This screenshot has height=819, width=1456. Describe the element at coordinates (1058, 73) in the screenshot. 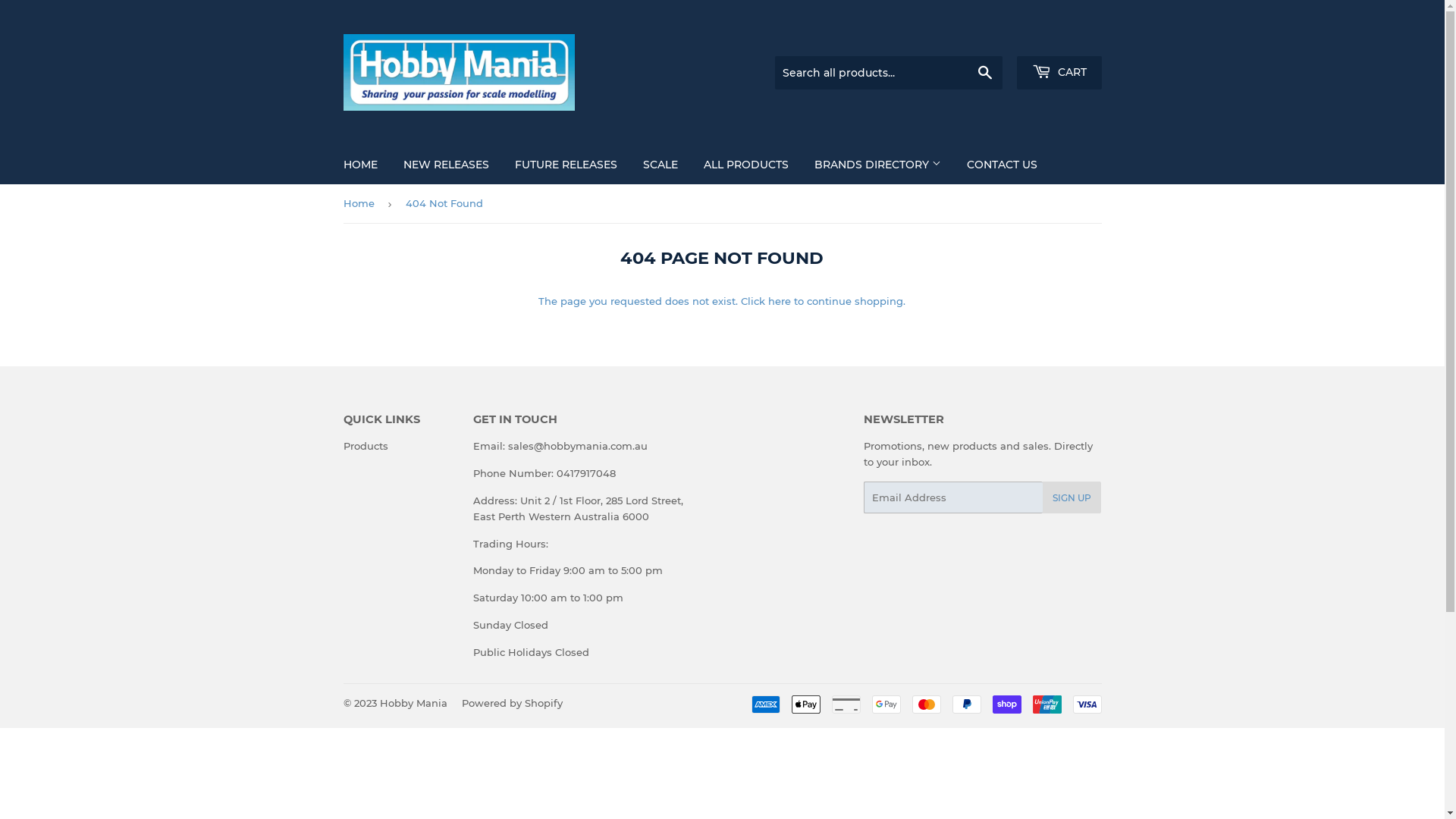

I see `'CART'` at that location.